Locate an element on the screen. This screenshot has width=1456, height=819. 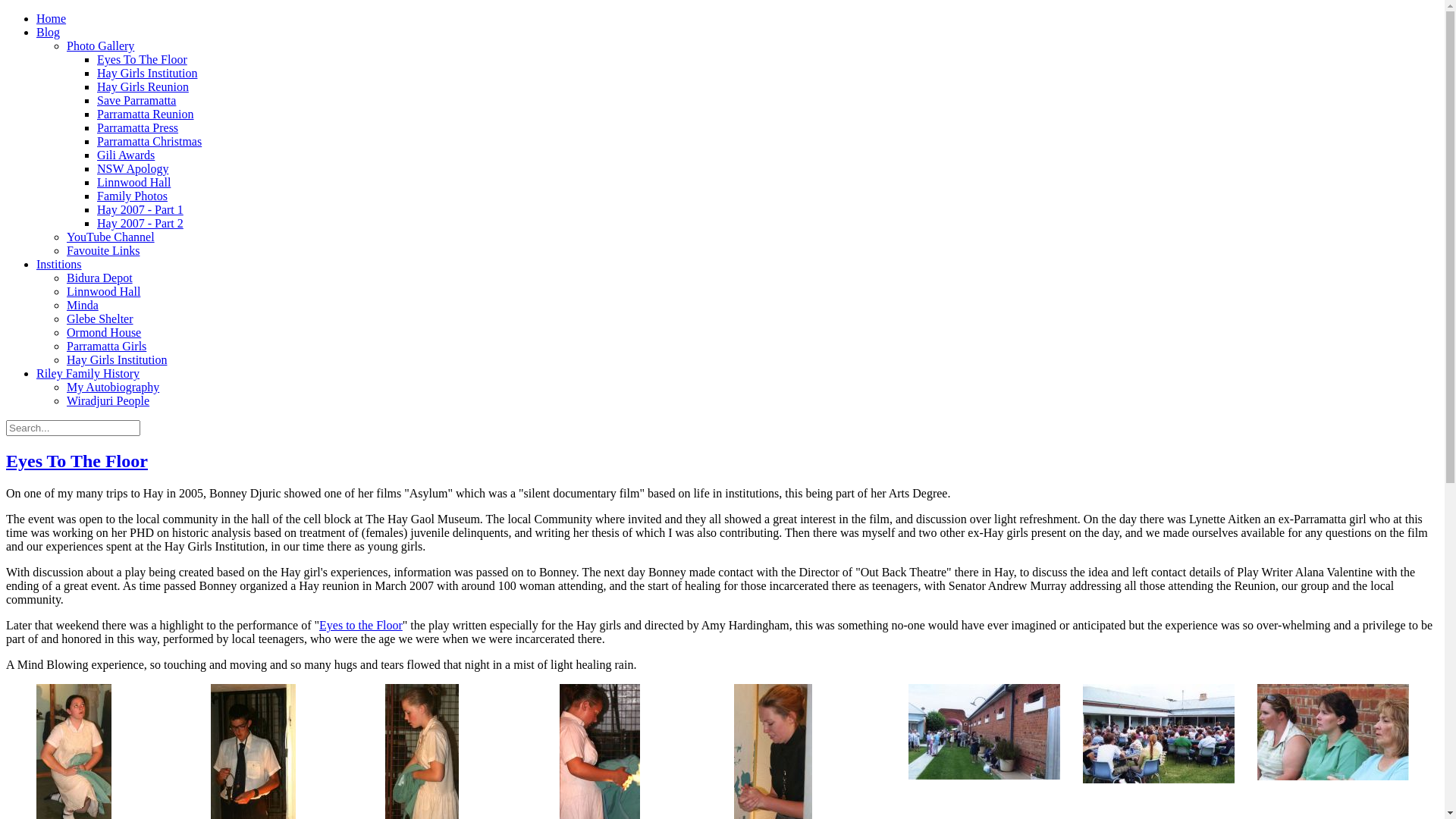
'Parramatta Reunion' is located at coordinates (146, 113).